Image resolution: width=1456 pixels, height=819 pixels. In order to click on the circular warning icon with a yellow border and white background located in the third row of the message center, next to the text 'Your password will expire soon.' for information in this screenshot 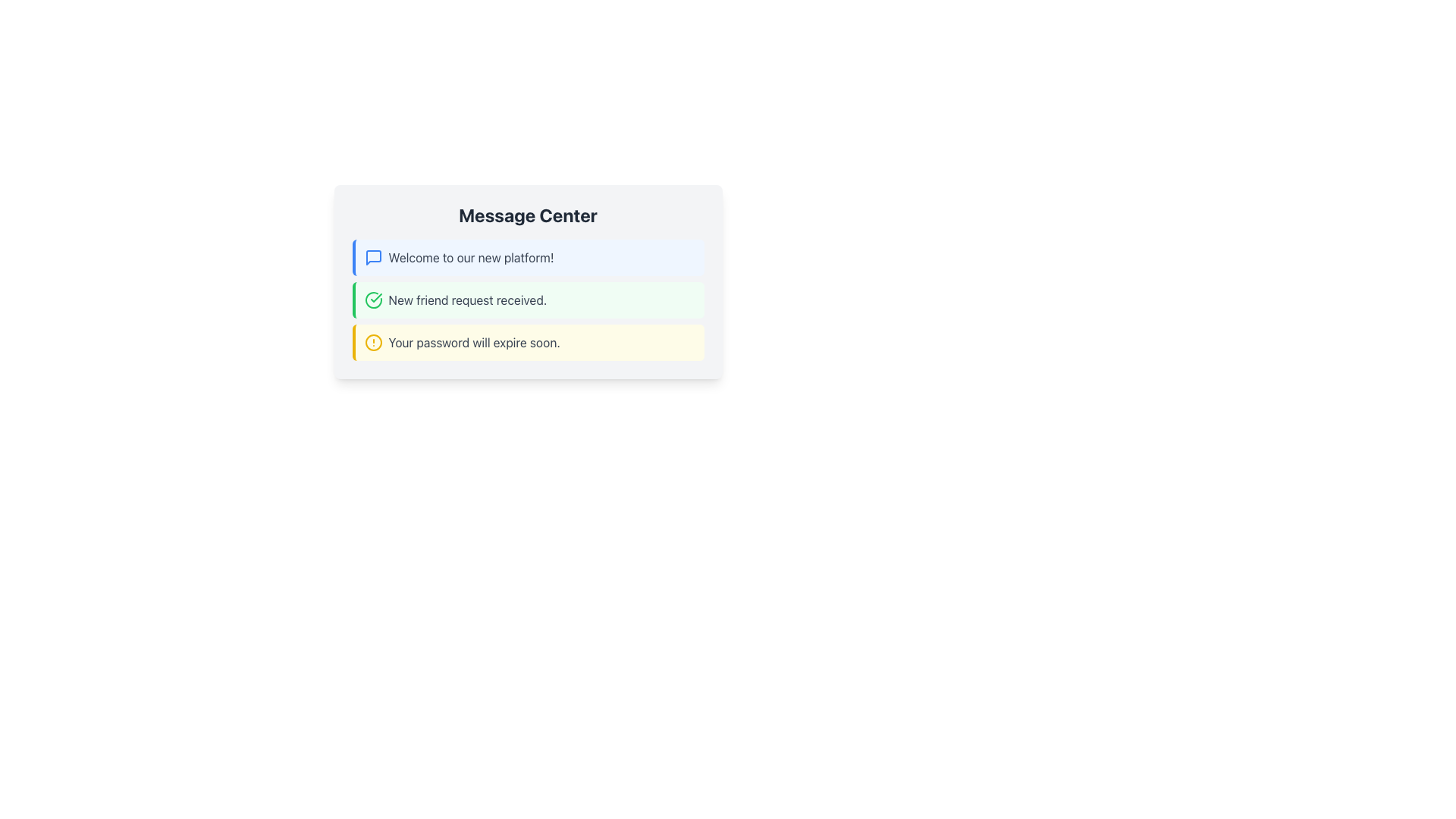, I will do `click(373, 342)`.